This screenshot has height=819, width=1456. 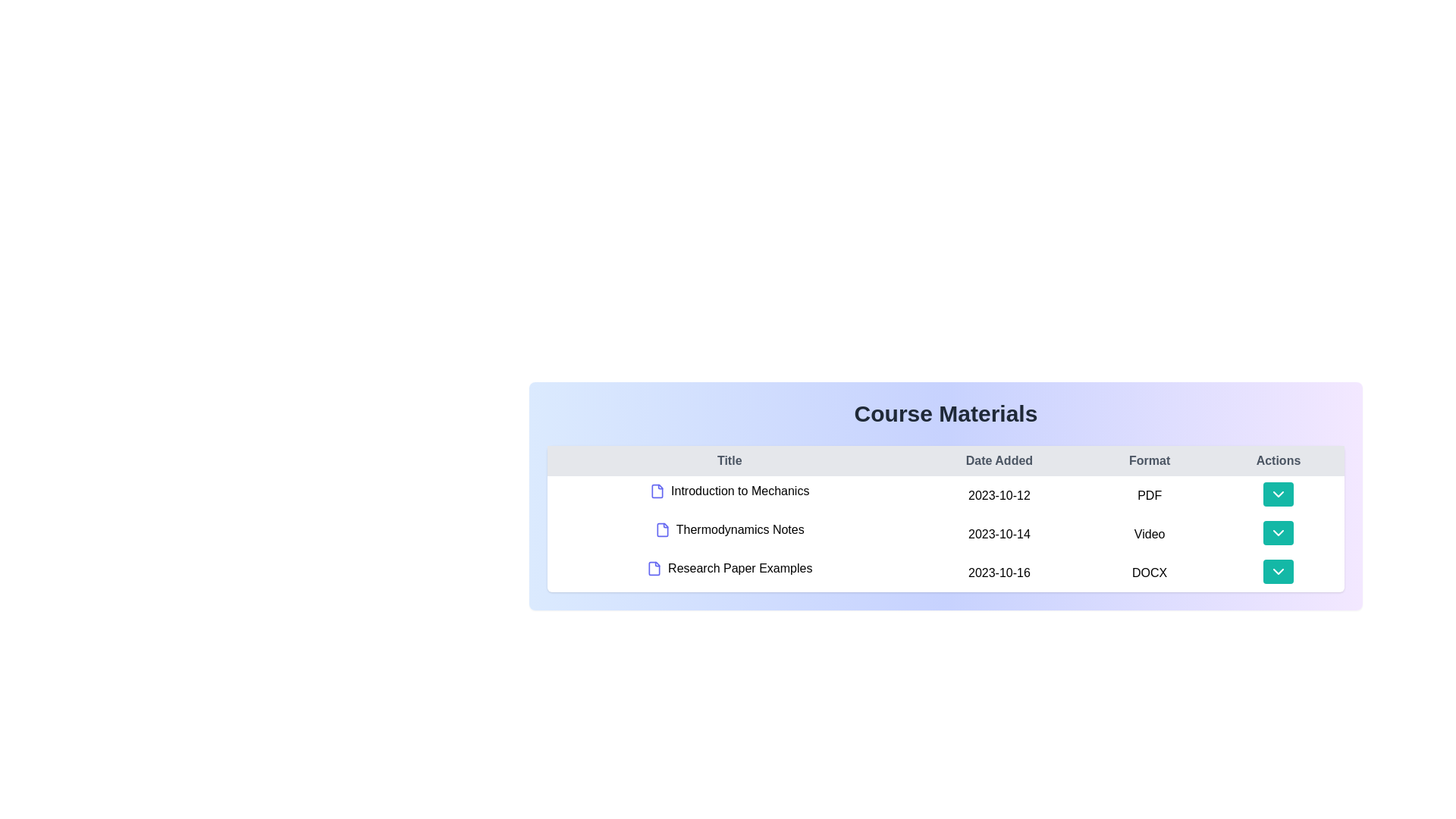 What do you see at coordinates (1277, 533) in the screenshot?
I see `the teal-colored button with rounded corners in the 'Actions' column of the table, which is aligned with the 'Thermodynamics Notes' row` at bounding box center [1277, 533].